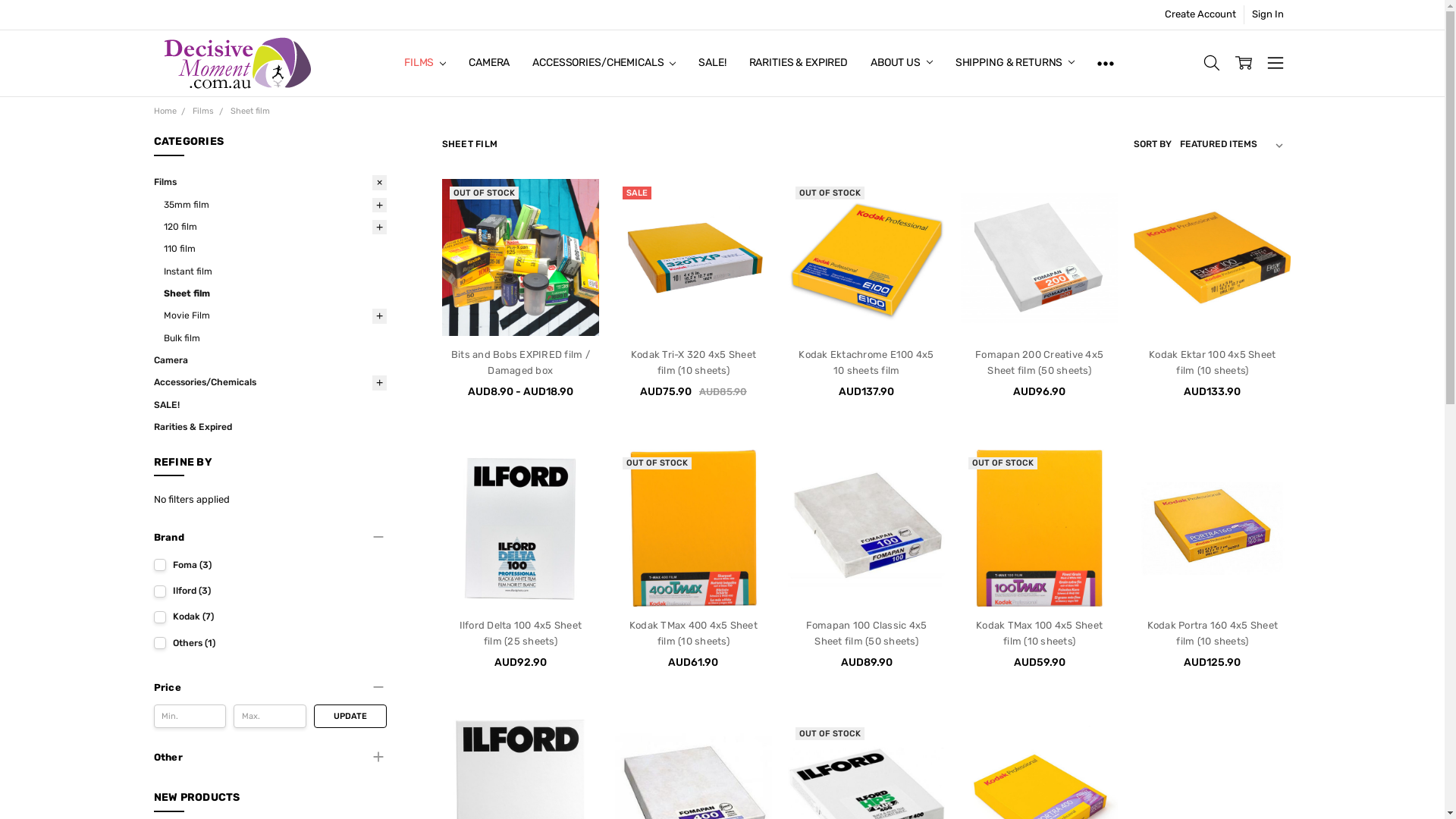 Image resolution: width=1456 pixels, height=819 pixels. Describe the element at coordinates (457, 62) in the screenshot. I see `'CAMERA'` at that location.